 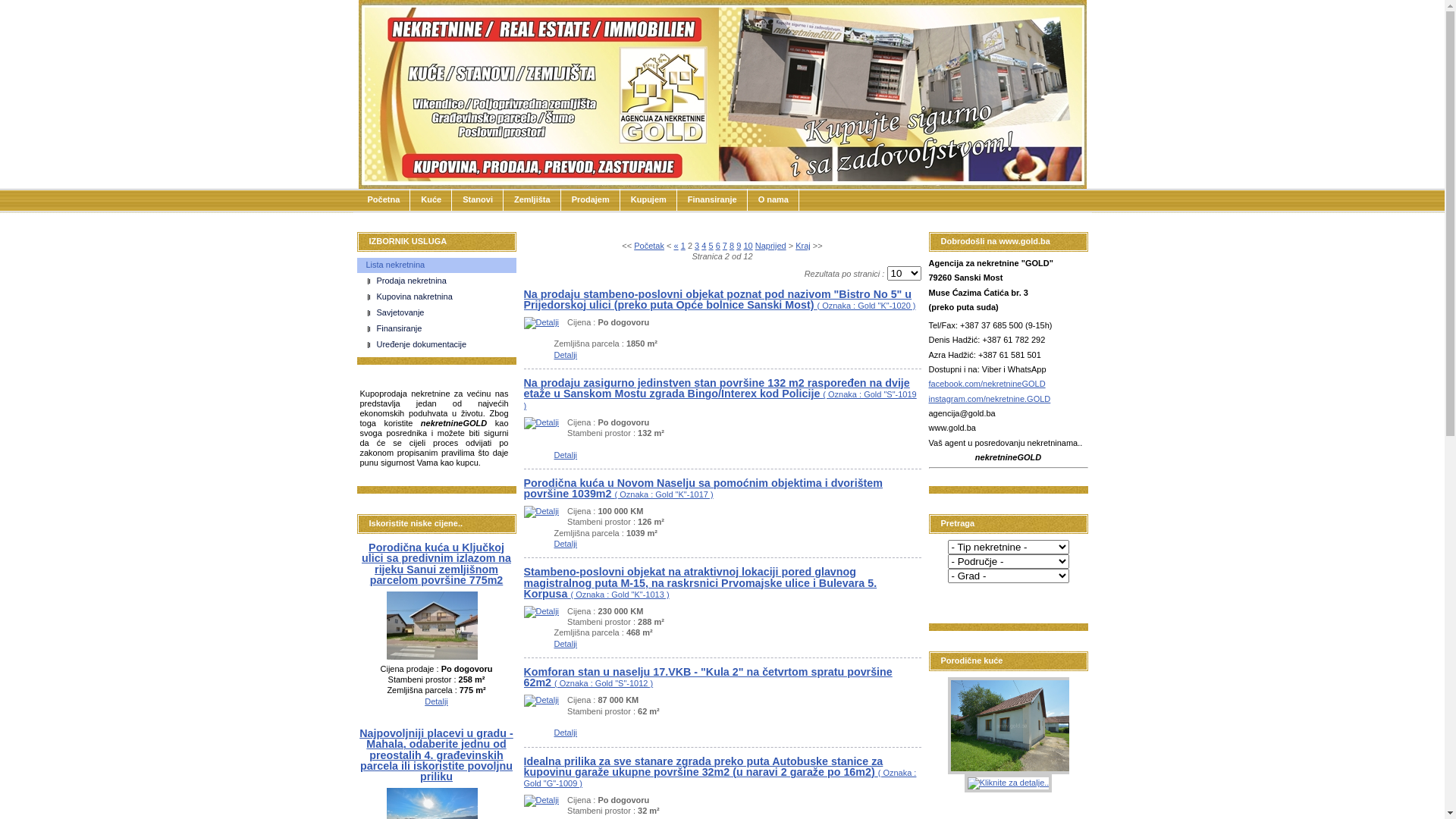 What do you see at coordinates (541, 511) in the screenshot?
I see `'Detalji'` at bounding box center [541, 511].